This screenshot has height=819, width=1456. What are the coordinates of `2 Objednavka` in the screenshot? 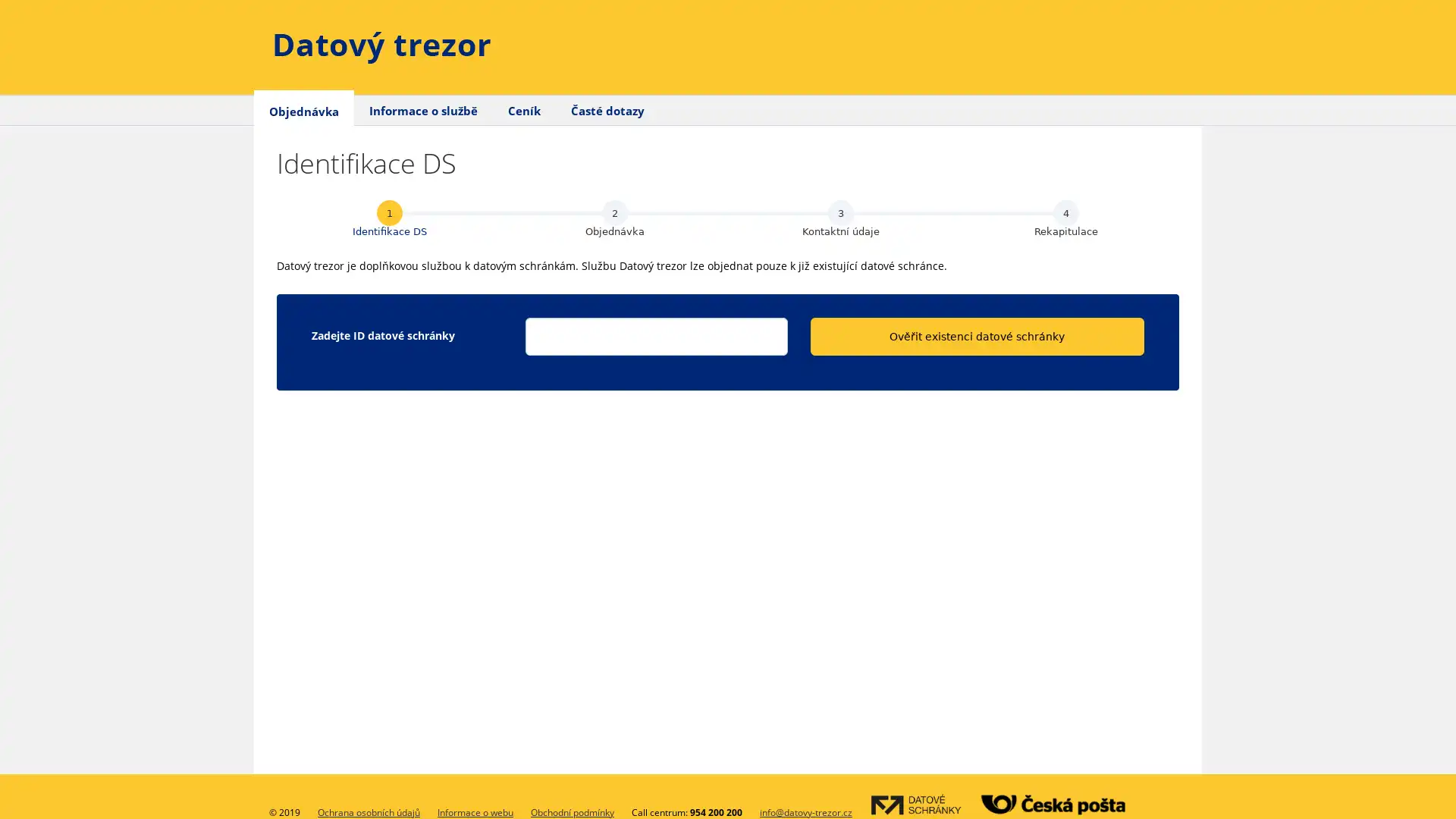 It's located at (615, 218).